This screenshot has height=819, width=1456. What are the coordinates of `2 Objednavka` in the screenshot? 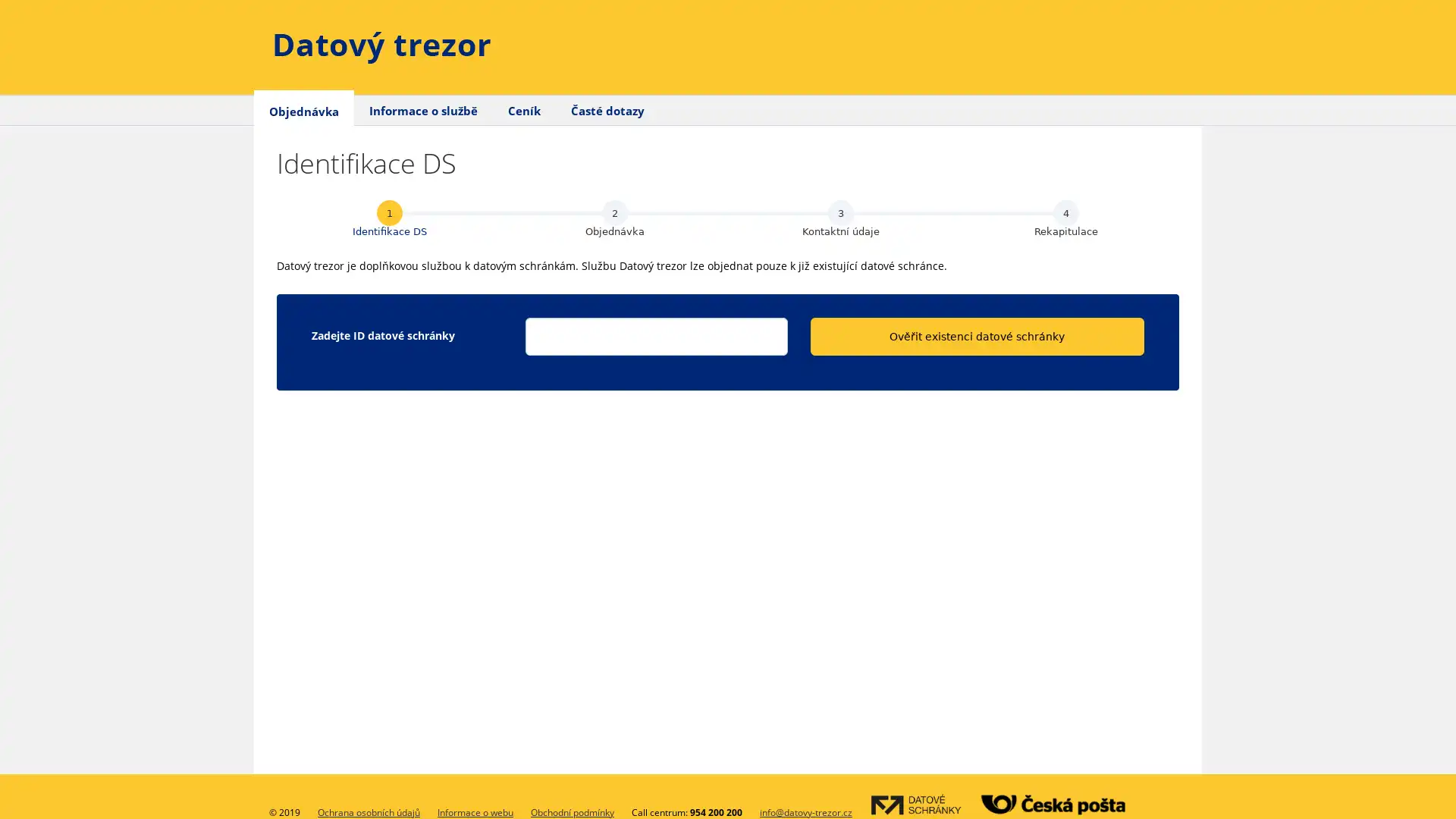 It's located at (615, 218).